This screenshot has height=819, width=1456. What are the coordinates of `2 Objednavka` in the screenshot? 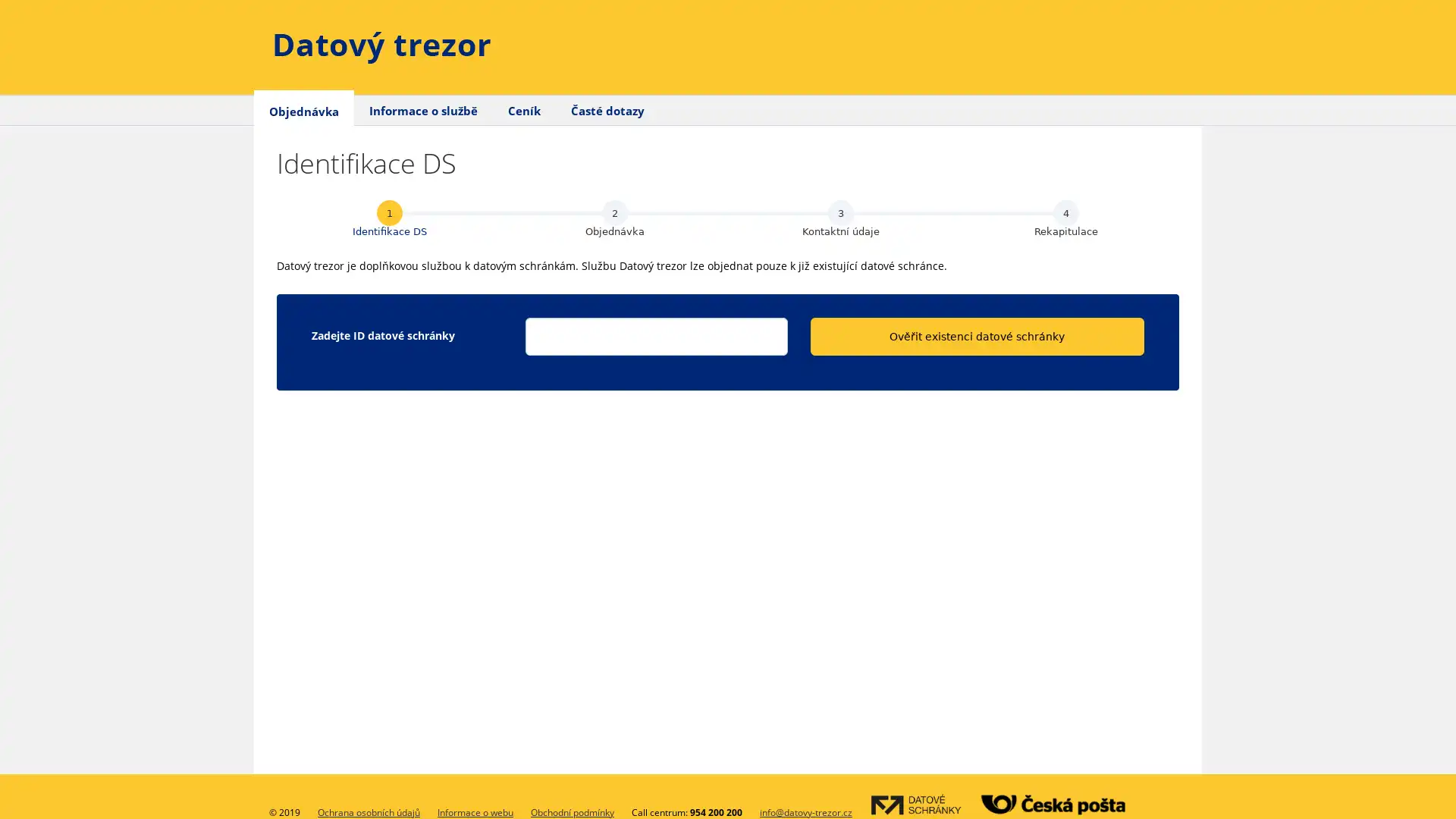 It's located at (615, 218).